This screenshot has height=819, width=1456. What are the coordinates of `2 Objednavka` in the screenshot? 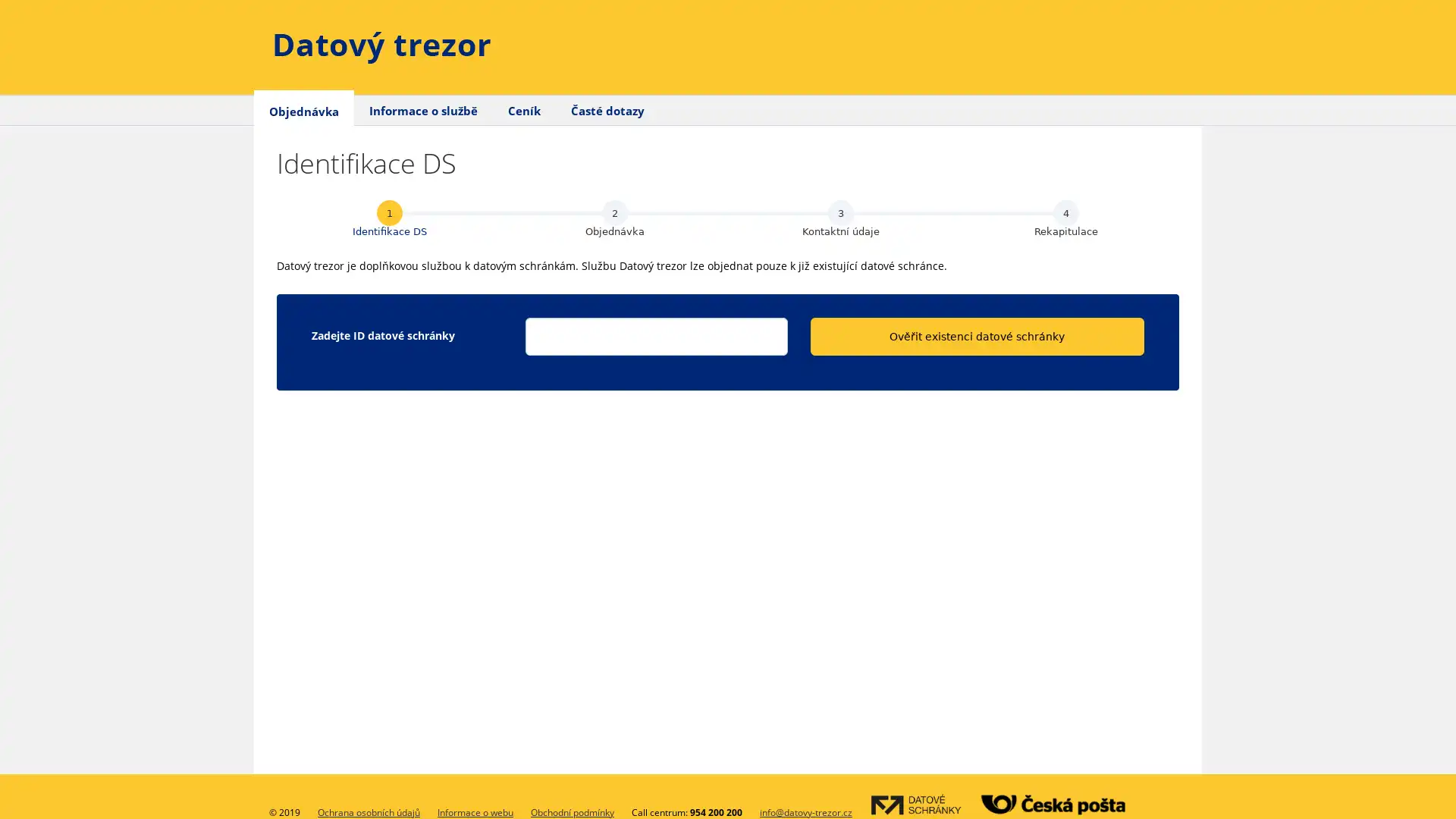 It's located at (615, 218).